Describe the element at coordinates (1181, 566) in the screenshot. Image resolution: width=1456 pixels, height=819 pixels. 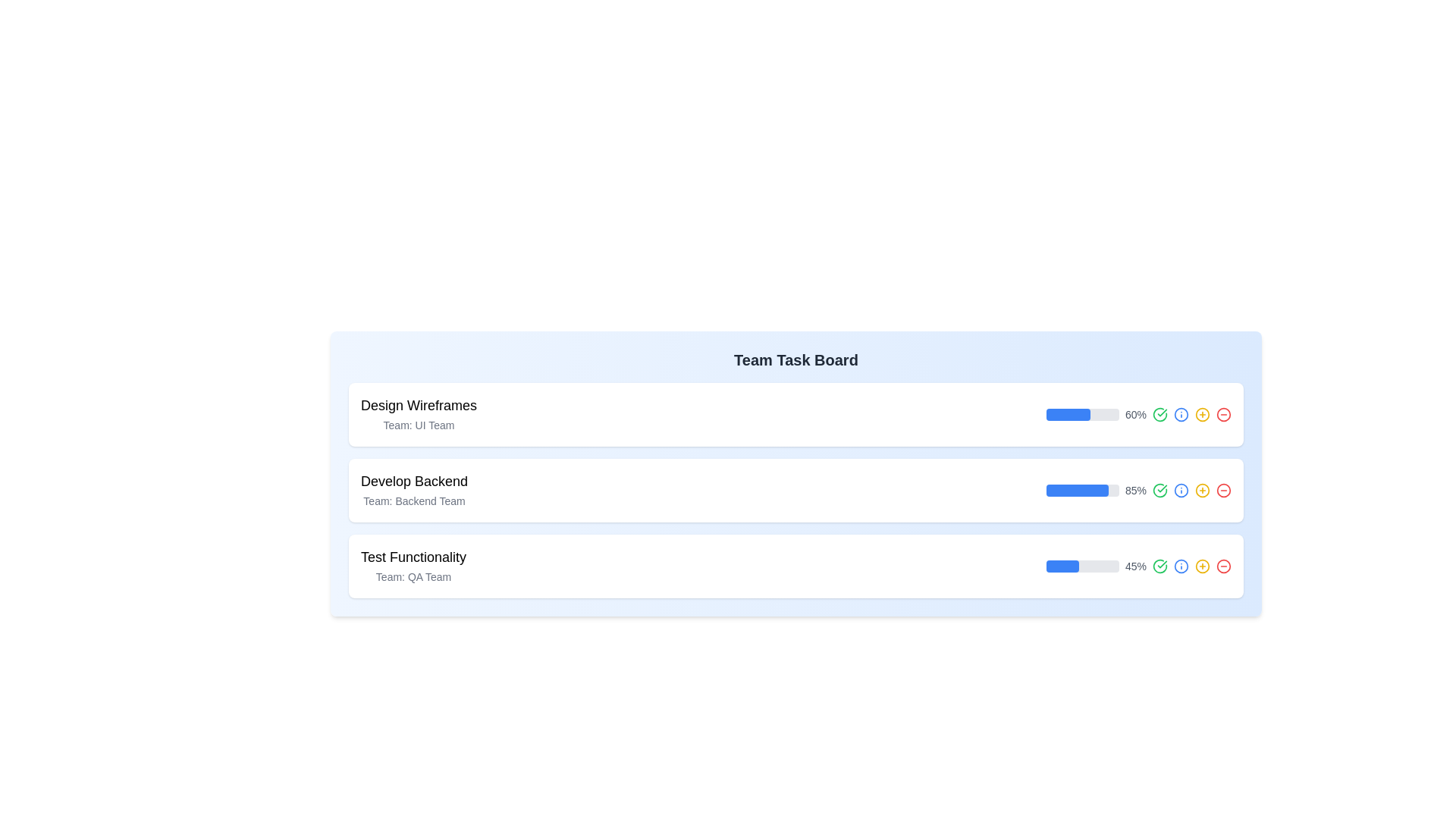
I see `the blue circle with a white border that is part of the info icon in the third task row of the 'Test Functionality' task card` at that location.